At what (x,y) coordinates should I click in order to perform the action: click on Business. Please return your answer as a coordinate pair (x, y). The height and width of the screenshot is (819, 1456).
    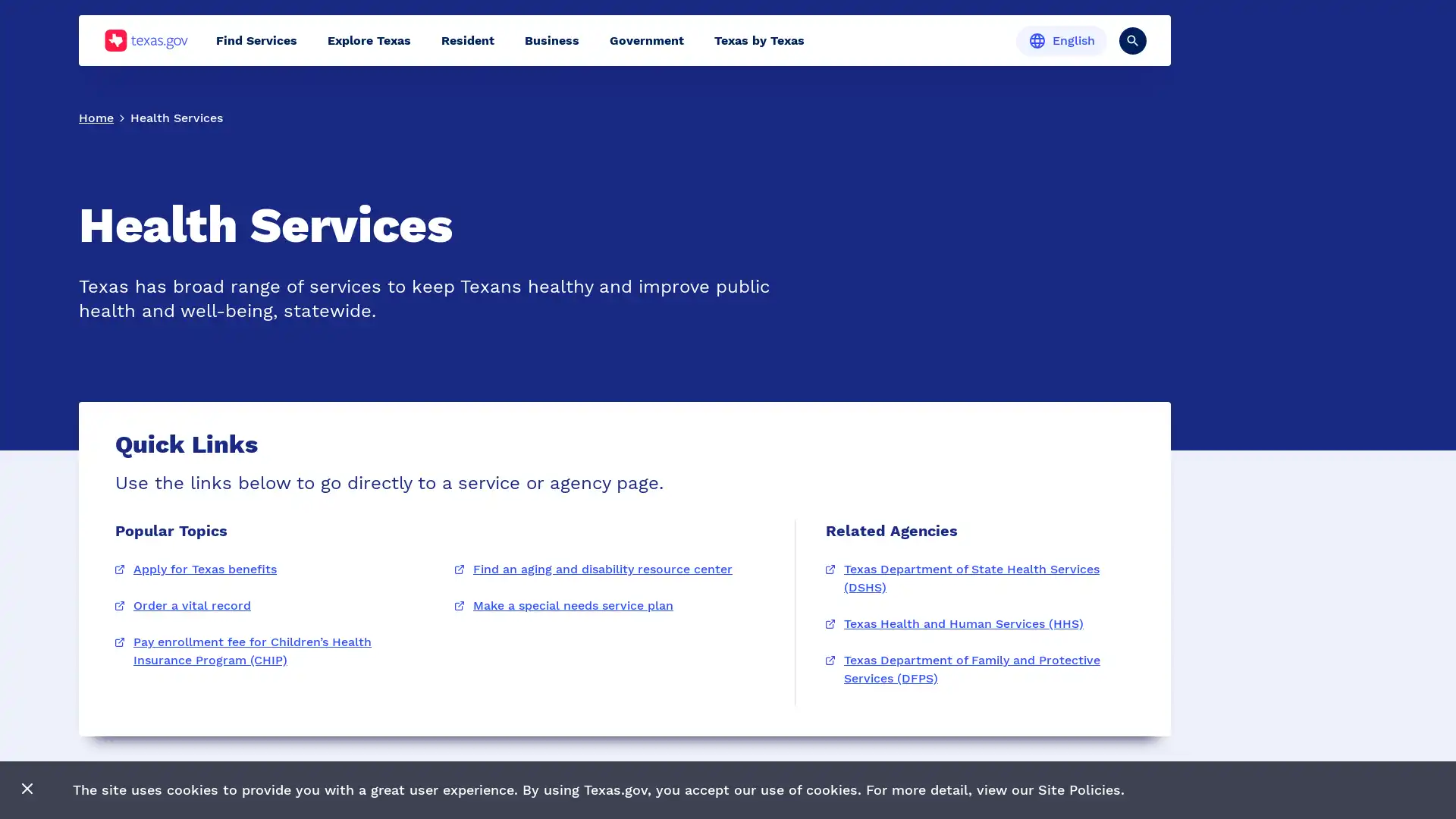
    Looking at the image, I should click on (551, 39).